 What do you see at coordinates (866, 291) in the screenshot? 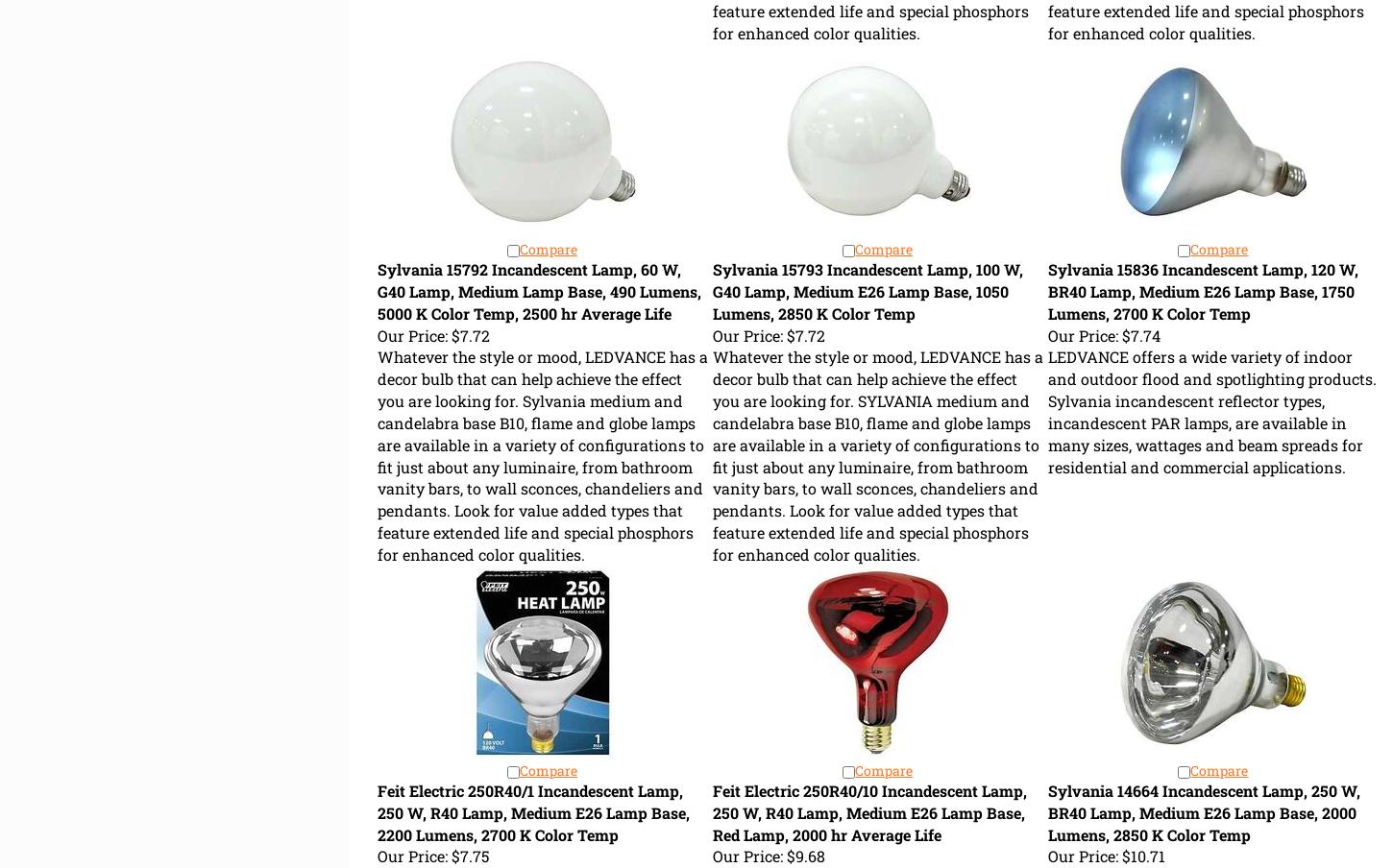
I see `'Sylvania 15793 Incandescent Lamp, 100 W, G40 Lamp, Medium E26 Lamp Base, 1050 Lumens, 2850 K Color Temp'` at bounding box center [866, 291].